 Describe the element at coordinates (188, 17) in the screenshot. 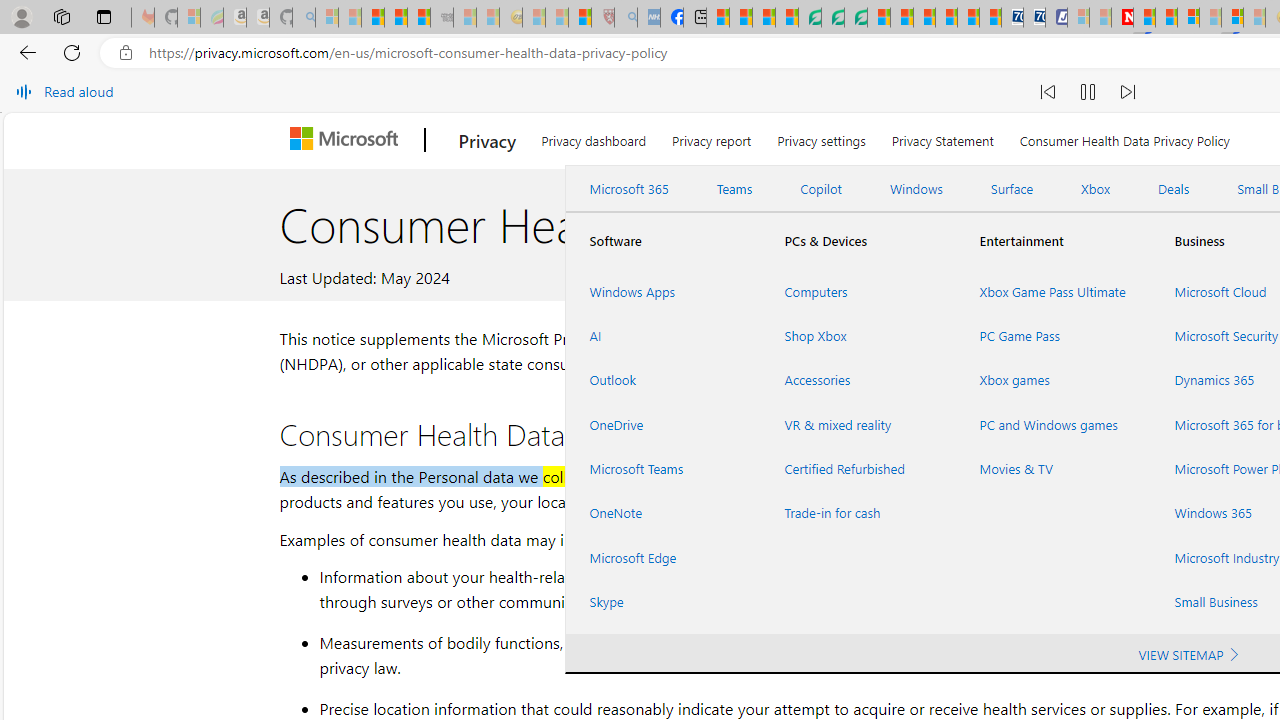

I see `'Microsoft-Report a Concern to Bing - Sleeping'` at that location.